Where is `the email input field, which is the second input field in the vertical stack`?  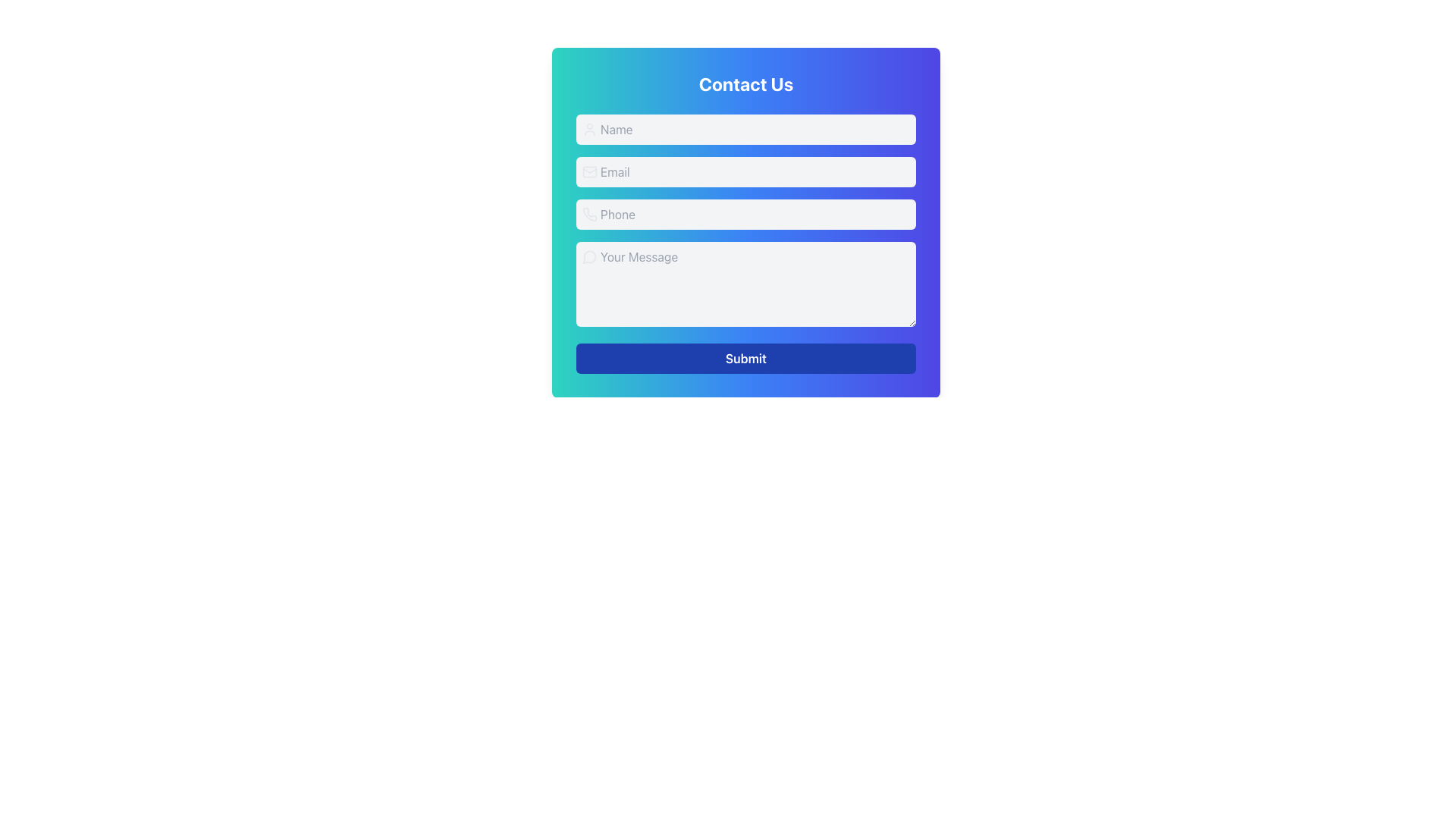
the email input field, which is the second input field in the vertical stack is located at coordinates (745, 171).